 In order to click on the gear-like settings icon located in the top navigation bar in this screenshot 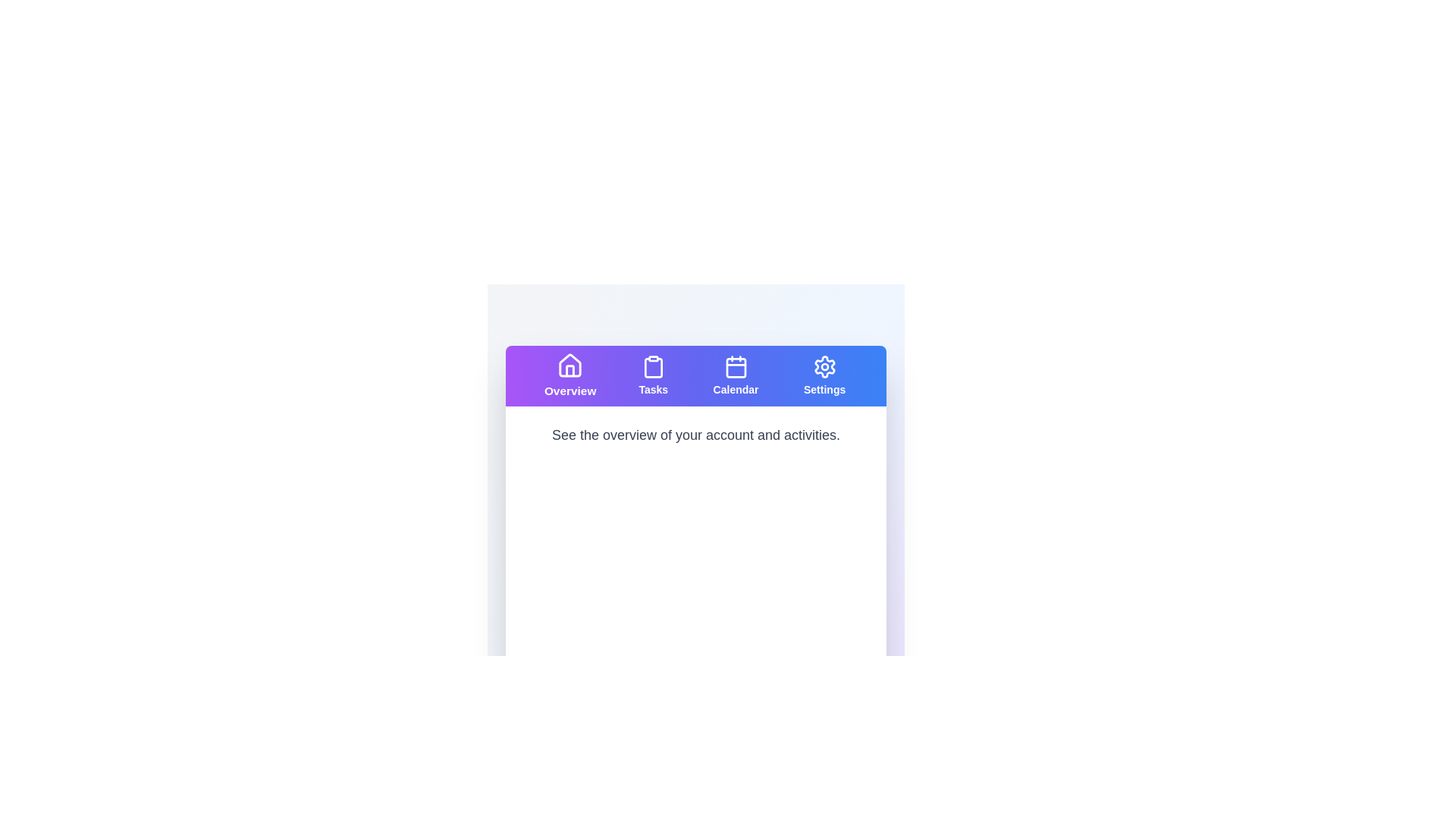, I will do `click(824, 367)`.